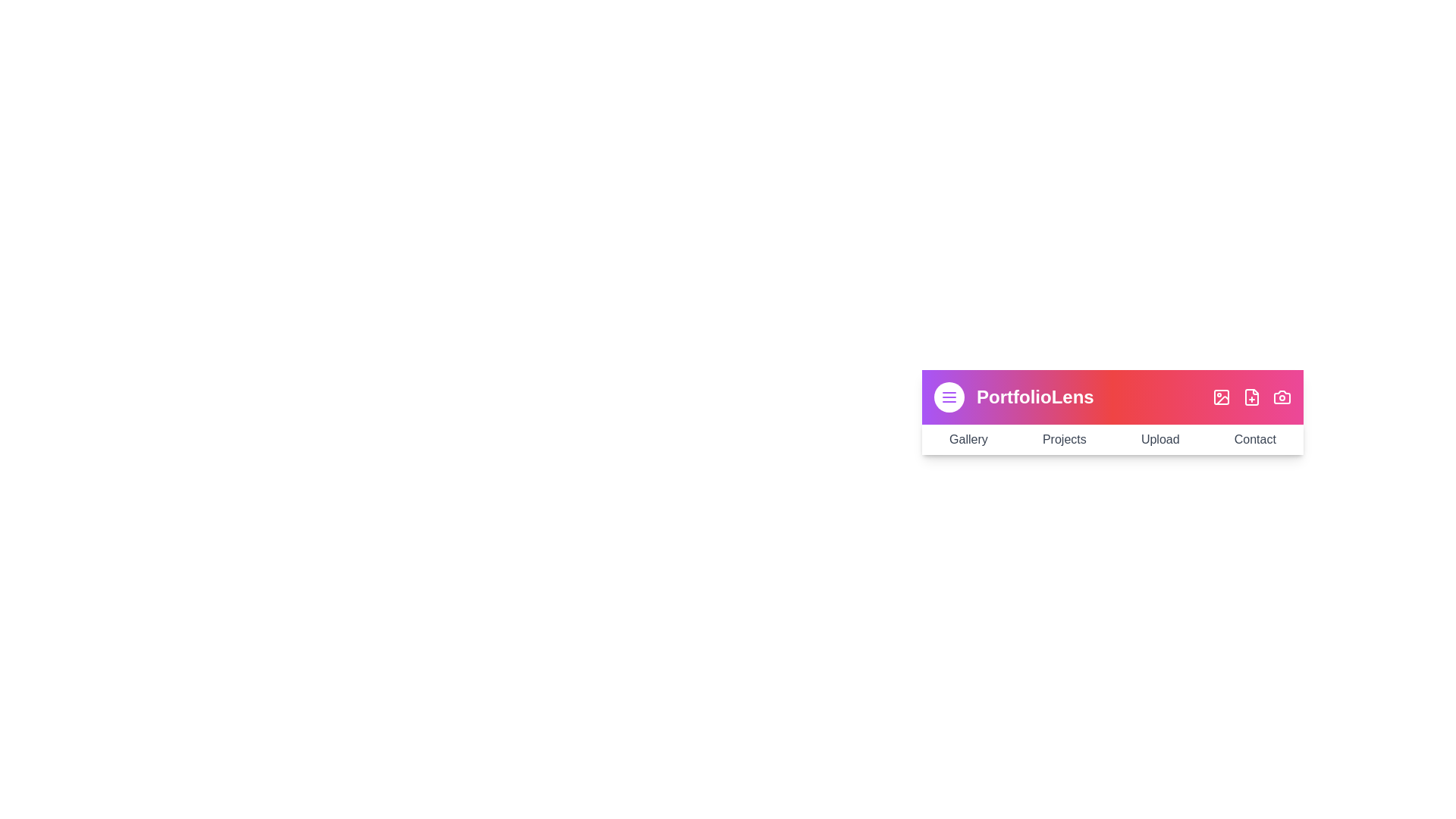  Describe the element at coordinates (1034, 397) in the screenshot. I see `the title text 'PortfolioLens' to focus on it` at that location.